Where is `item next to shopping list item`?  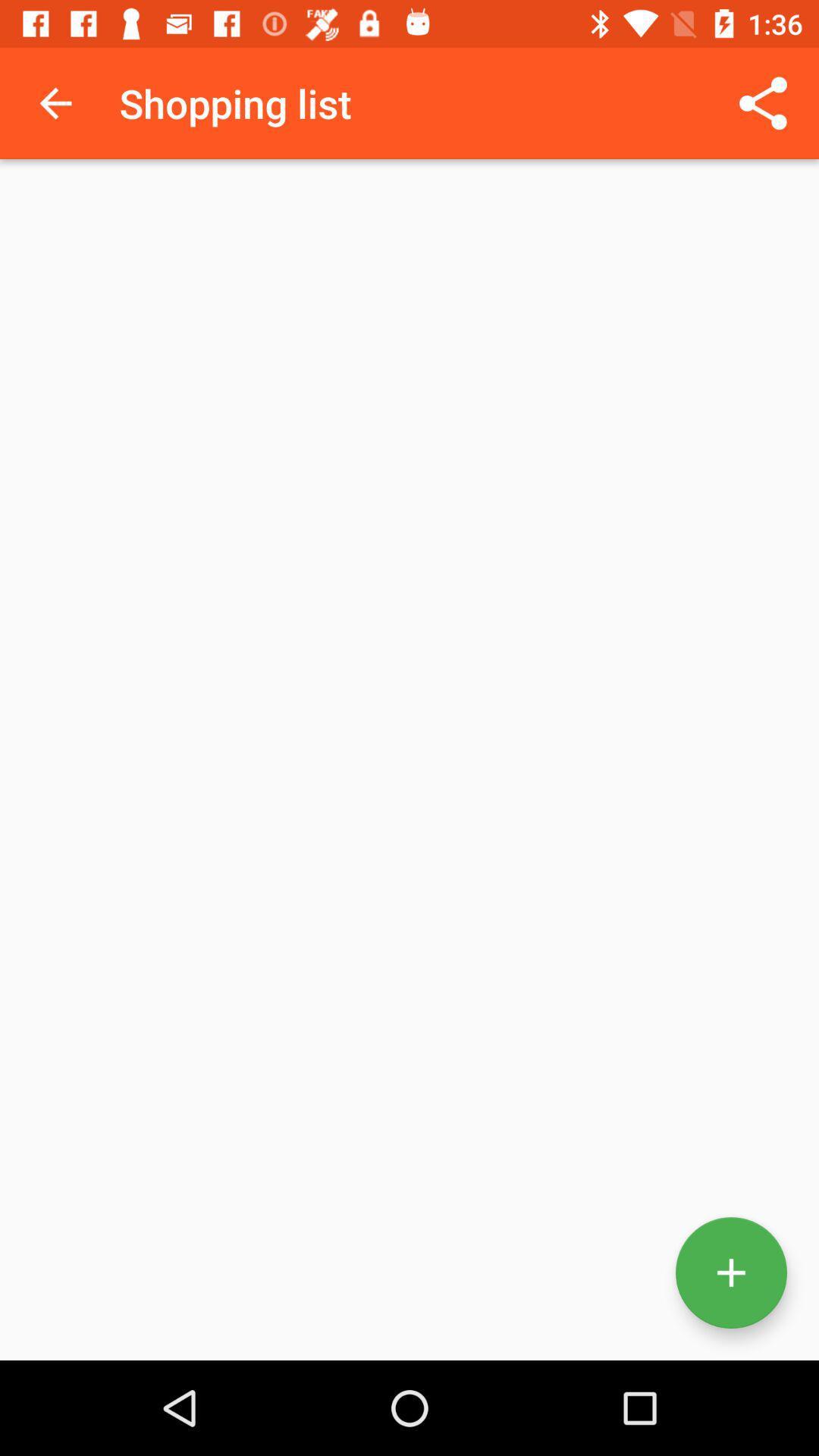 item next to shopping list item is located at coordinates (55, 102).